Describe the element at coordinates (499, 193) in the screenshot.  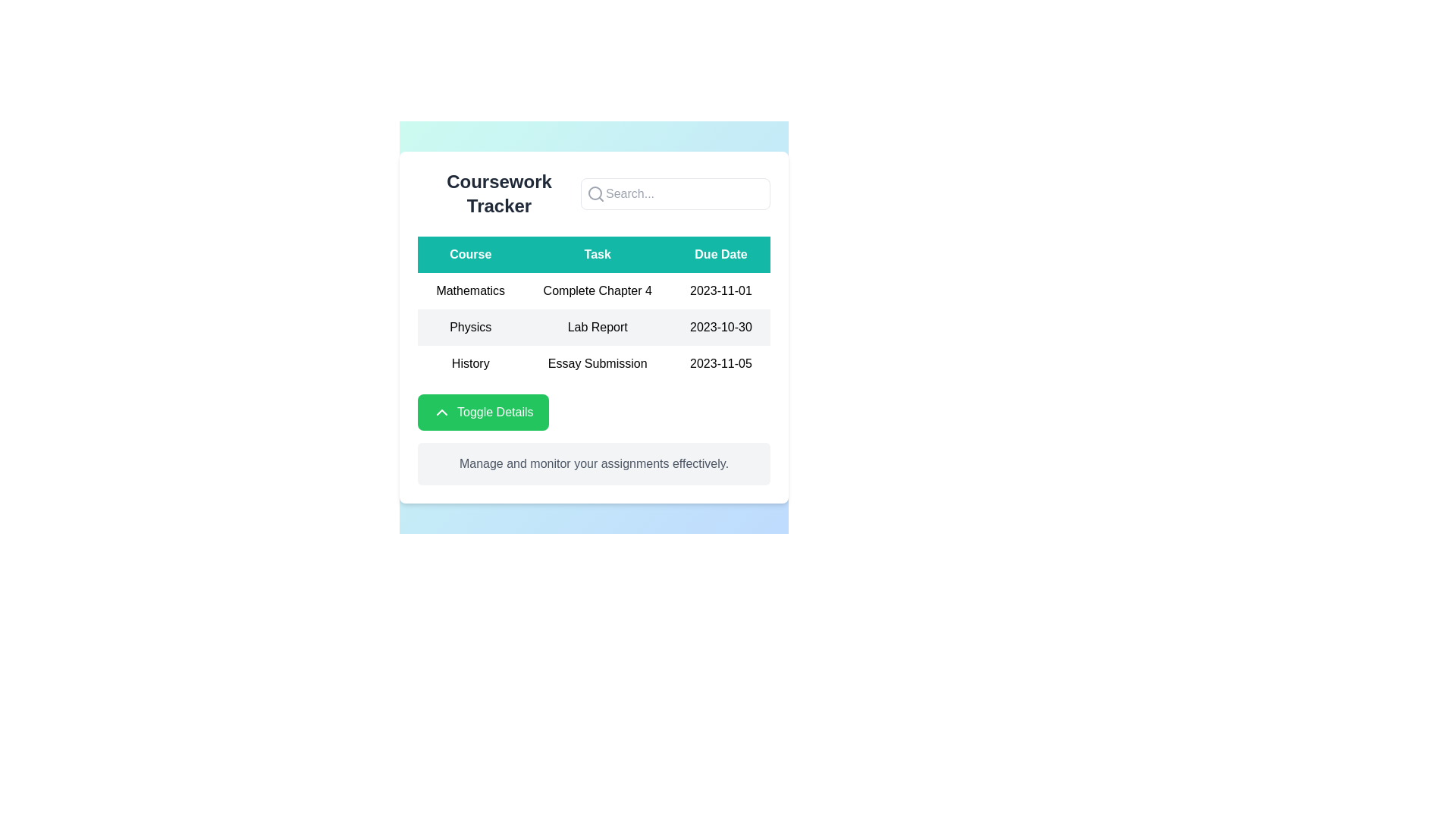
I see `the text header titled 'Coursework Tracker', which is prominently displayed in large, bold, dark-colored font at the top of the content block` at that location.